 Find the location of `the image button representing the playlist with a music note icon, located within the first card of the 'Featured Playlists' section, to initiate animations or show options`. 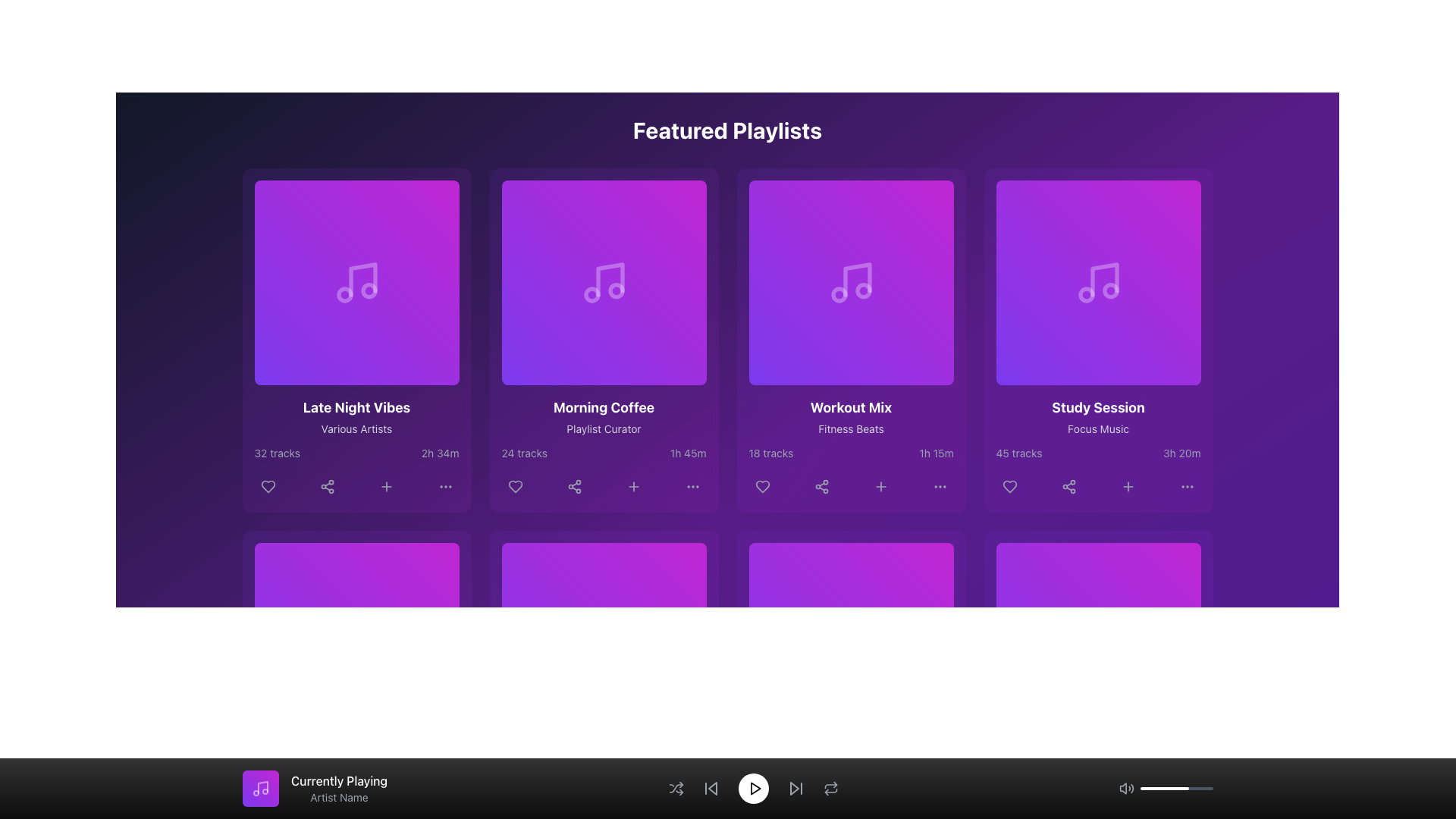

the image button representing the playlist with a music note icon, located within the first card of the 'Featured Playlists' section, to initiate animations or show options is located at coordinates (356, 283).